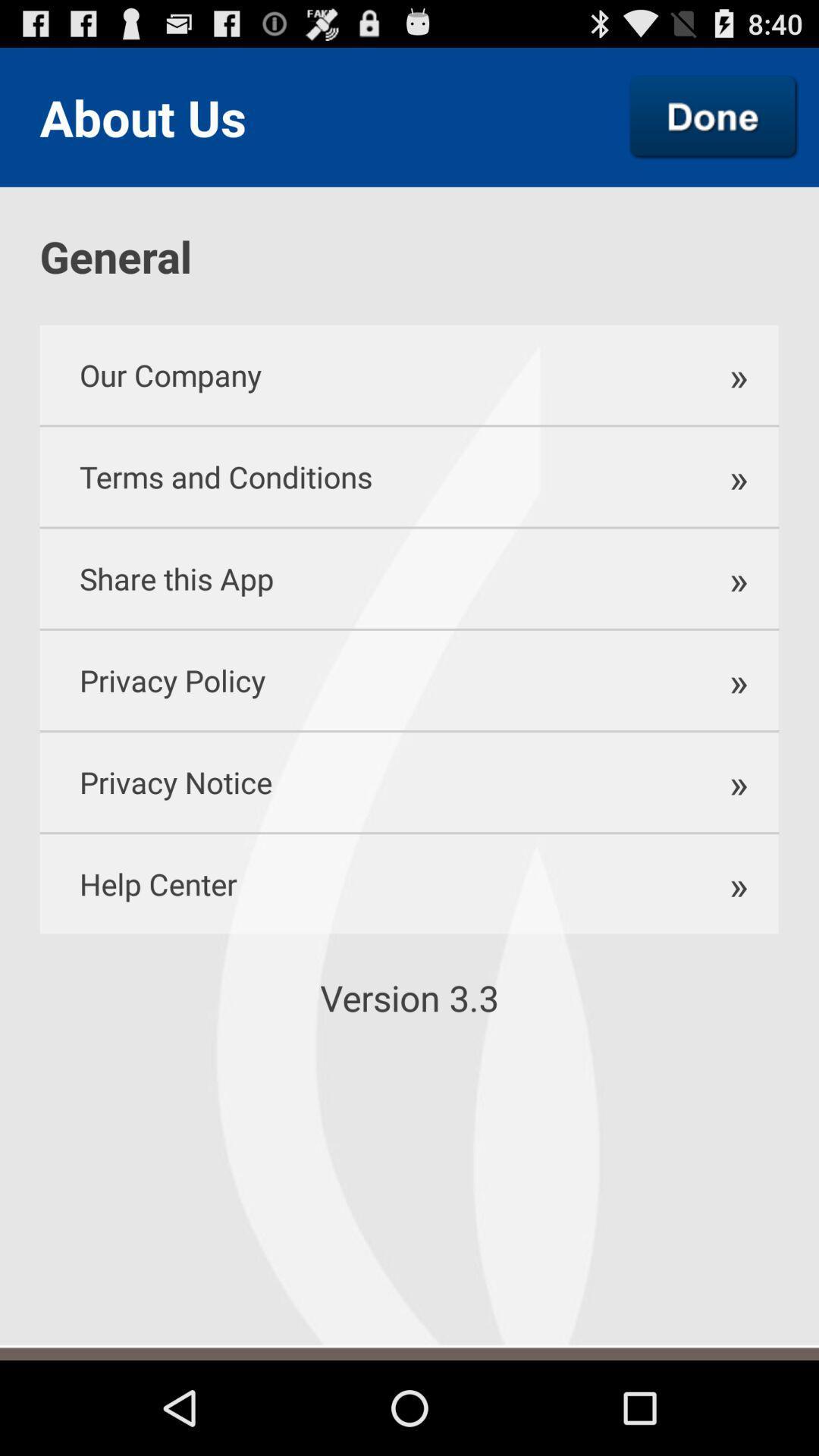  What do you see at coordinates (729, 883) in the screenshot?
I see `the button next to help center` at bounding box center [729, 883].